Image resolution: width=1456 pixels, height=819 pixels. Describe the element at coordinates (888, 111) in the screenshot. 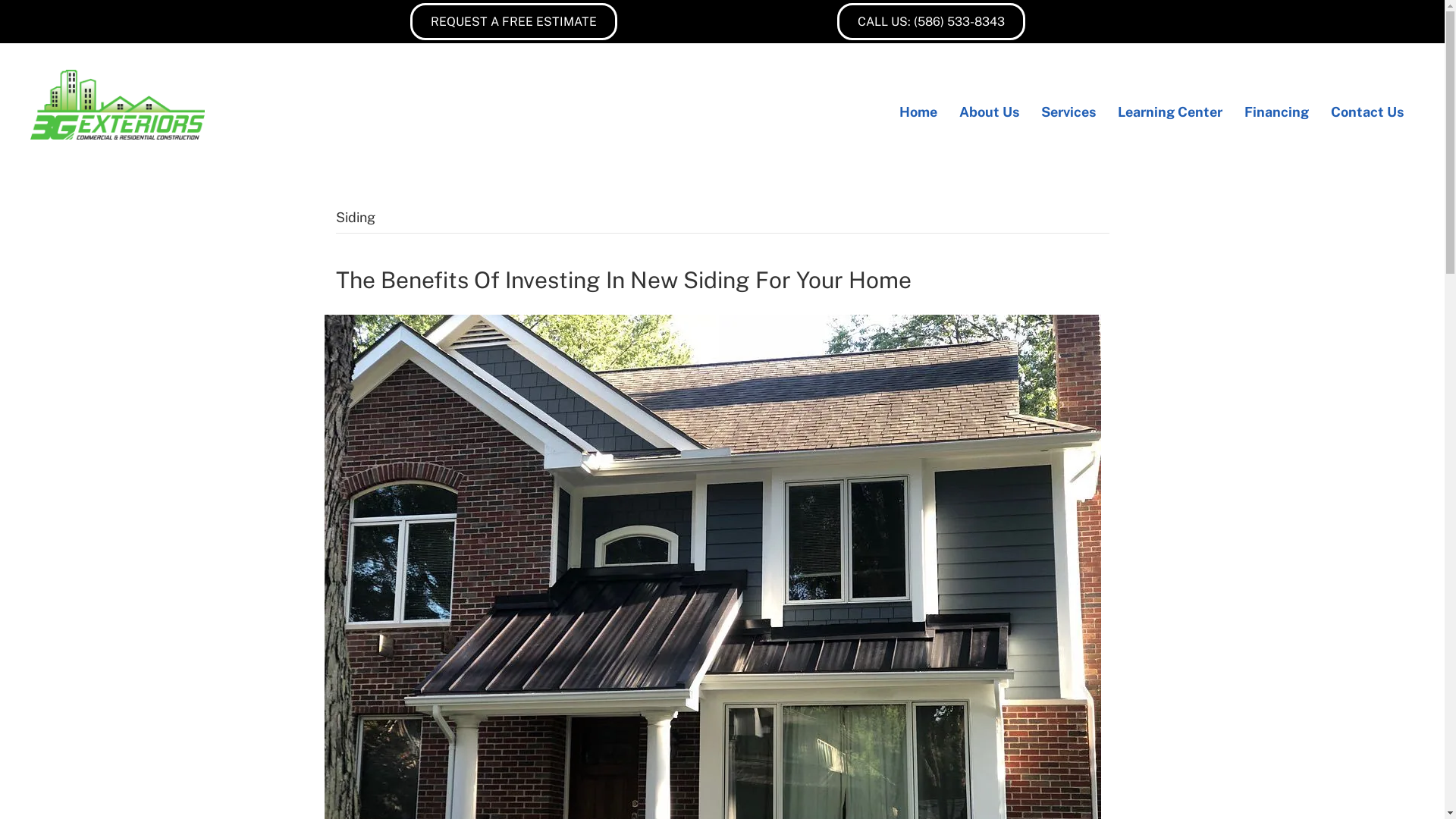

I see `'Home'` at that location.